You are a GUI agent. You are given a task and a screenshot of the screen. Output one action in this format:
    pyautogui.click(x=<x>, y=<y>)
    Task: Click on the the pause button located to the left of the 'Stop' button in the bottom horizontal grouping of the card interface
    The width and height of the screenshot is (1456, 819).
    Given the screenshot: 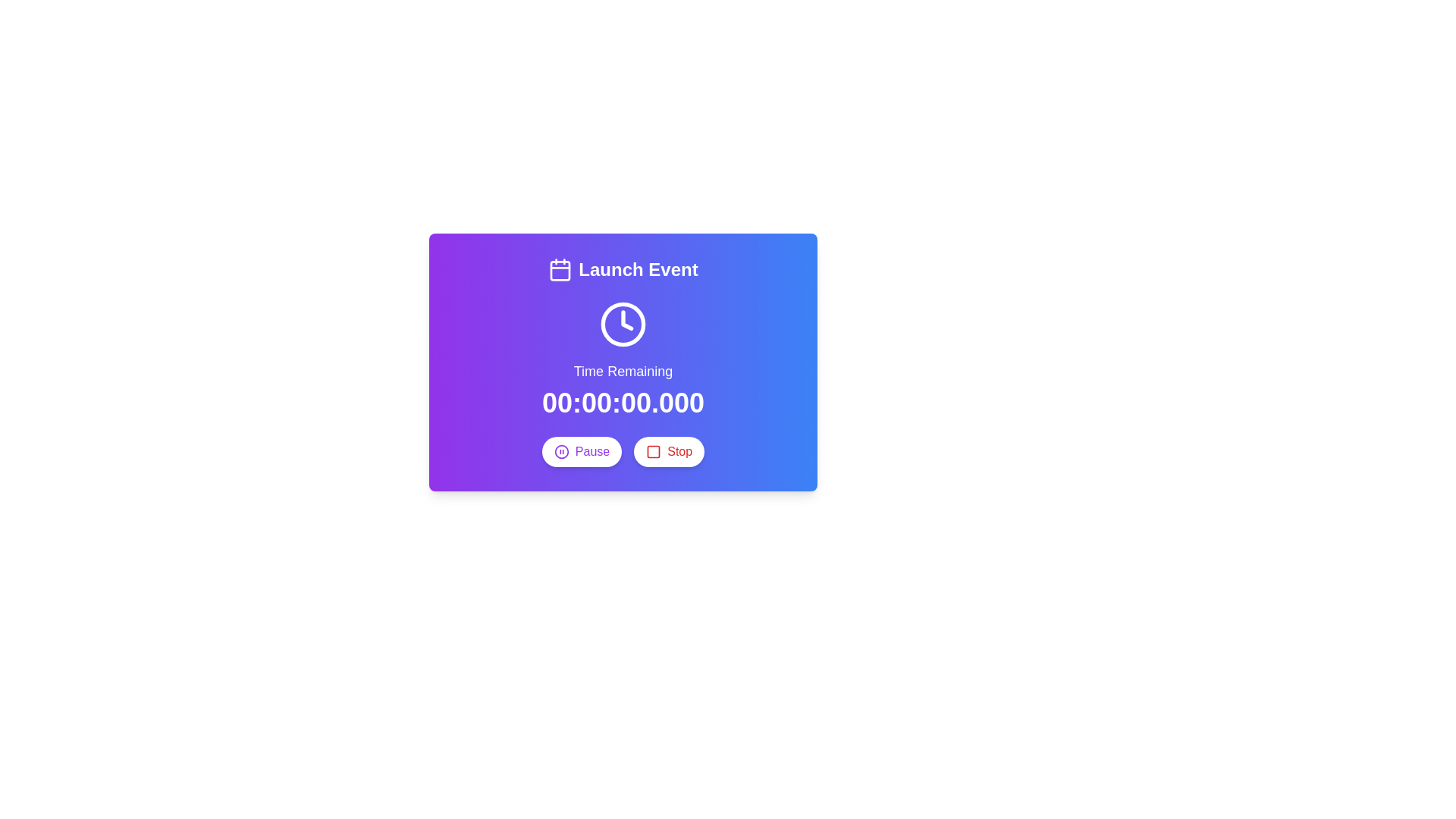 What is the action you would take?
    pyautogui.click(x=581, y=451)
    